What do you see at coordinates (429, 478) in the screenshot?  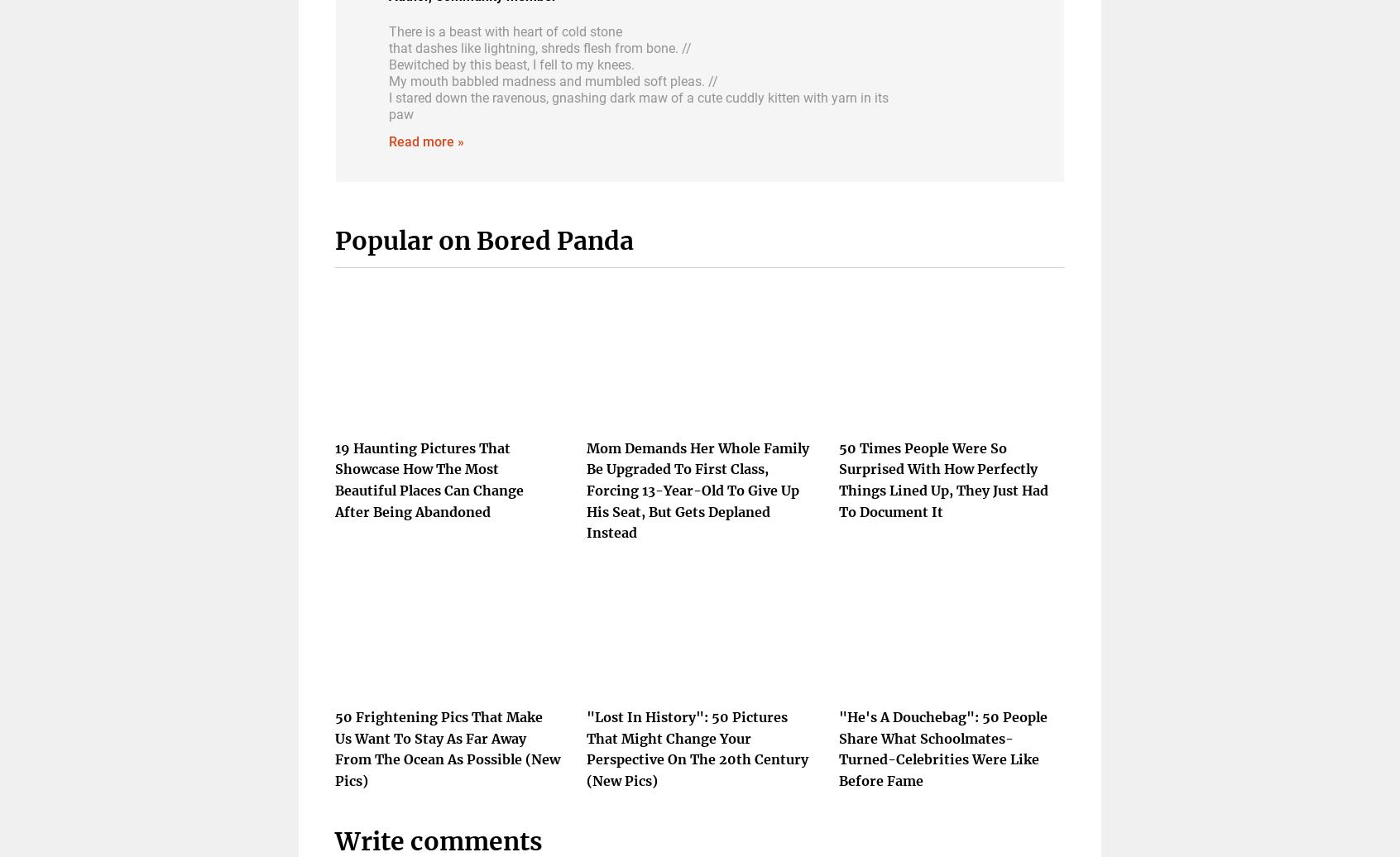 I see `'19 Haunting Pictures That Showcase How The Most Beautiful Places Can Change After Being Abandoned'` at bounding box center [429, 478].